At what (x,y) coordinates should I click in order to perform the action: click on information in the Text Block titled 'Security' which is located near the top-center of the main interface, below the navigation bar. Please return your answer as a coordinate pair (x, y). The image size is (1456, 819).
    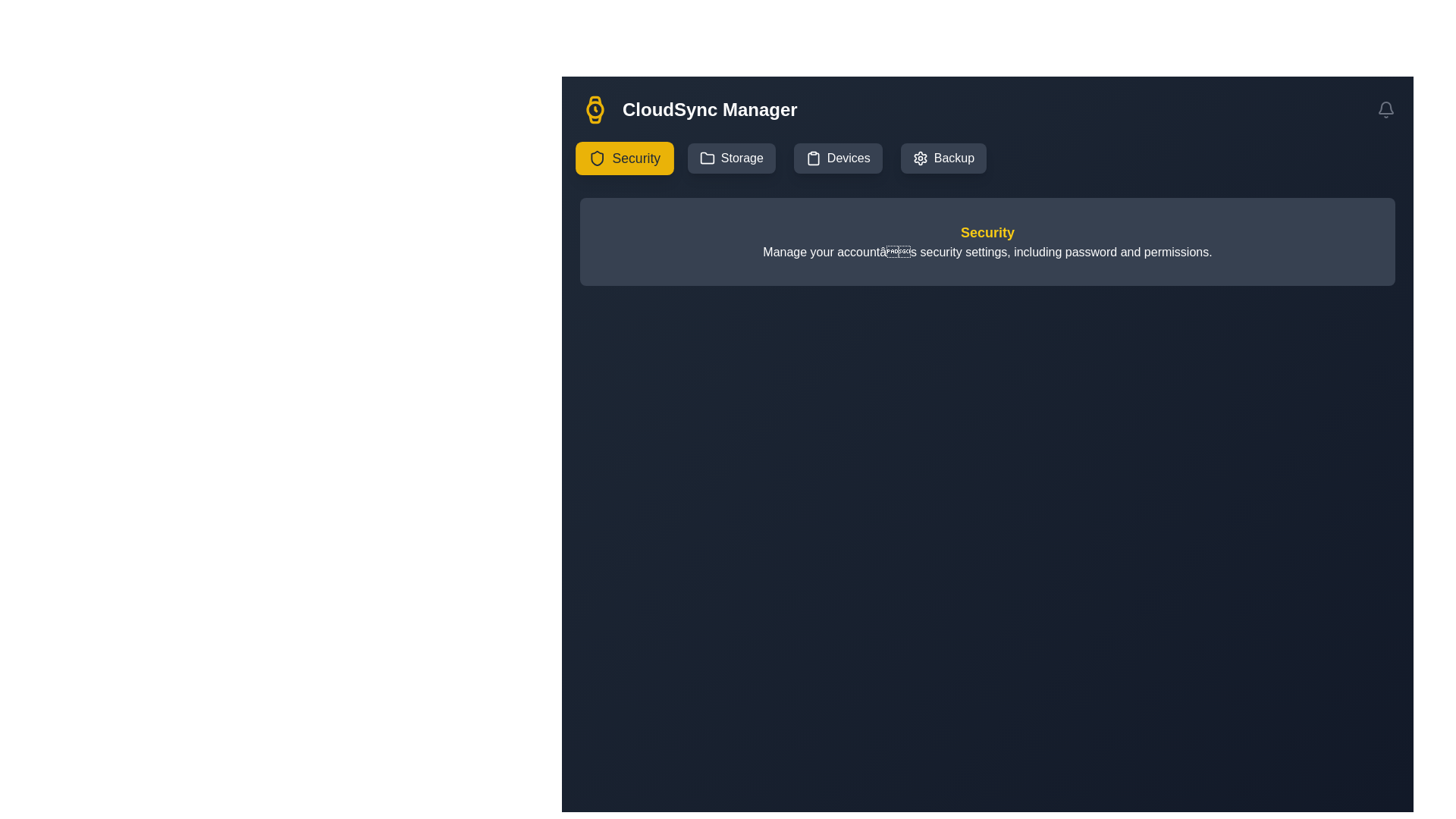
    Looking at the image, I should click on (987, 241).